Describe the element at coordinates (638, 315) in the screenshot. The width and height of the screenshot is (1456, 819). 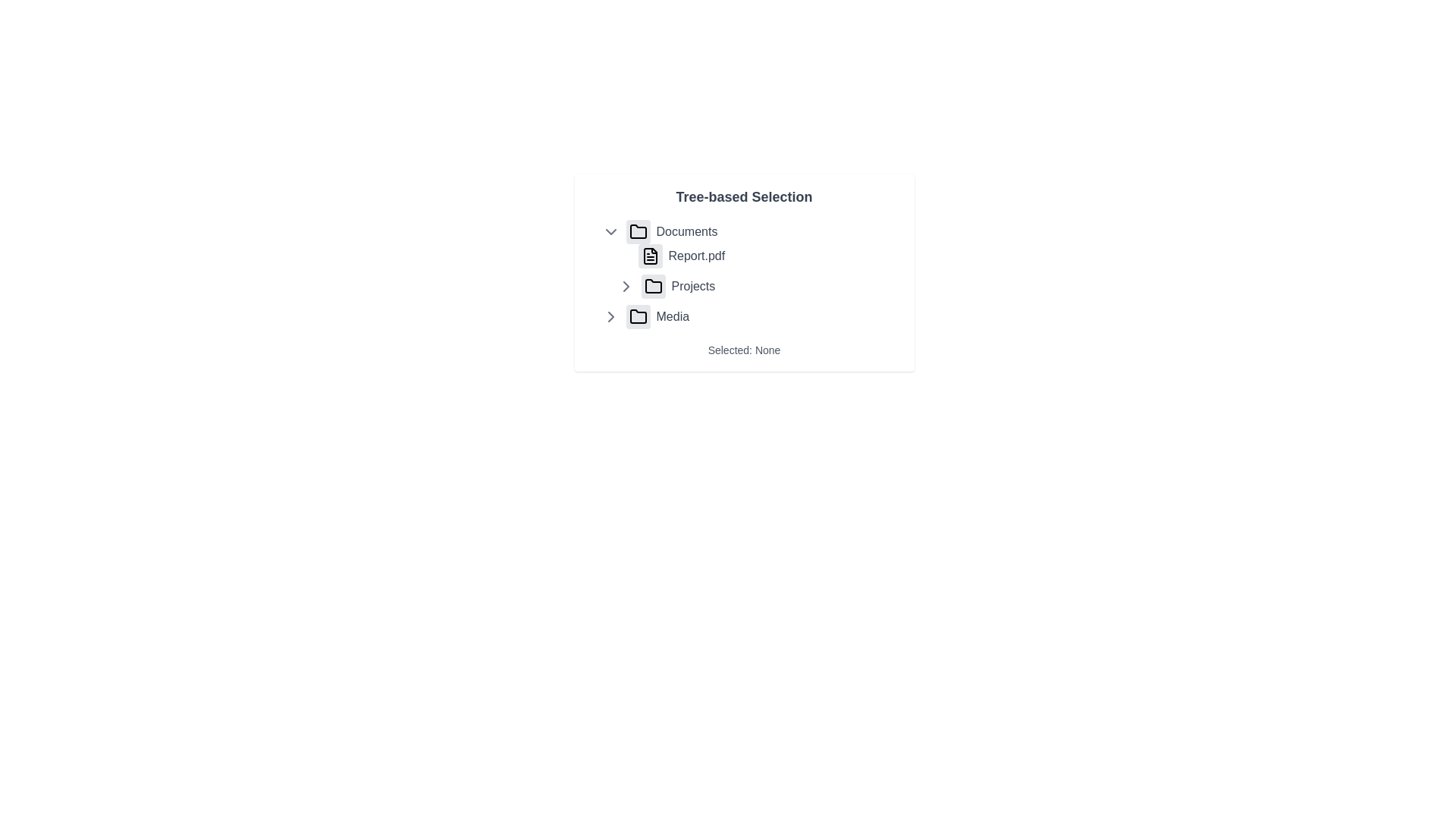
I see `the folder icon located as the fourth item in the list for the 'Media' entry` at that location.